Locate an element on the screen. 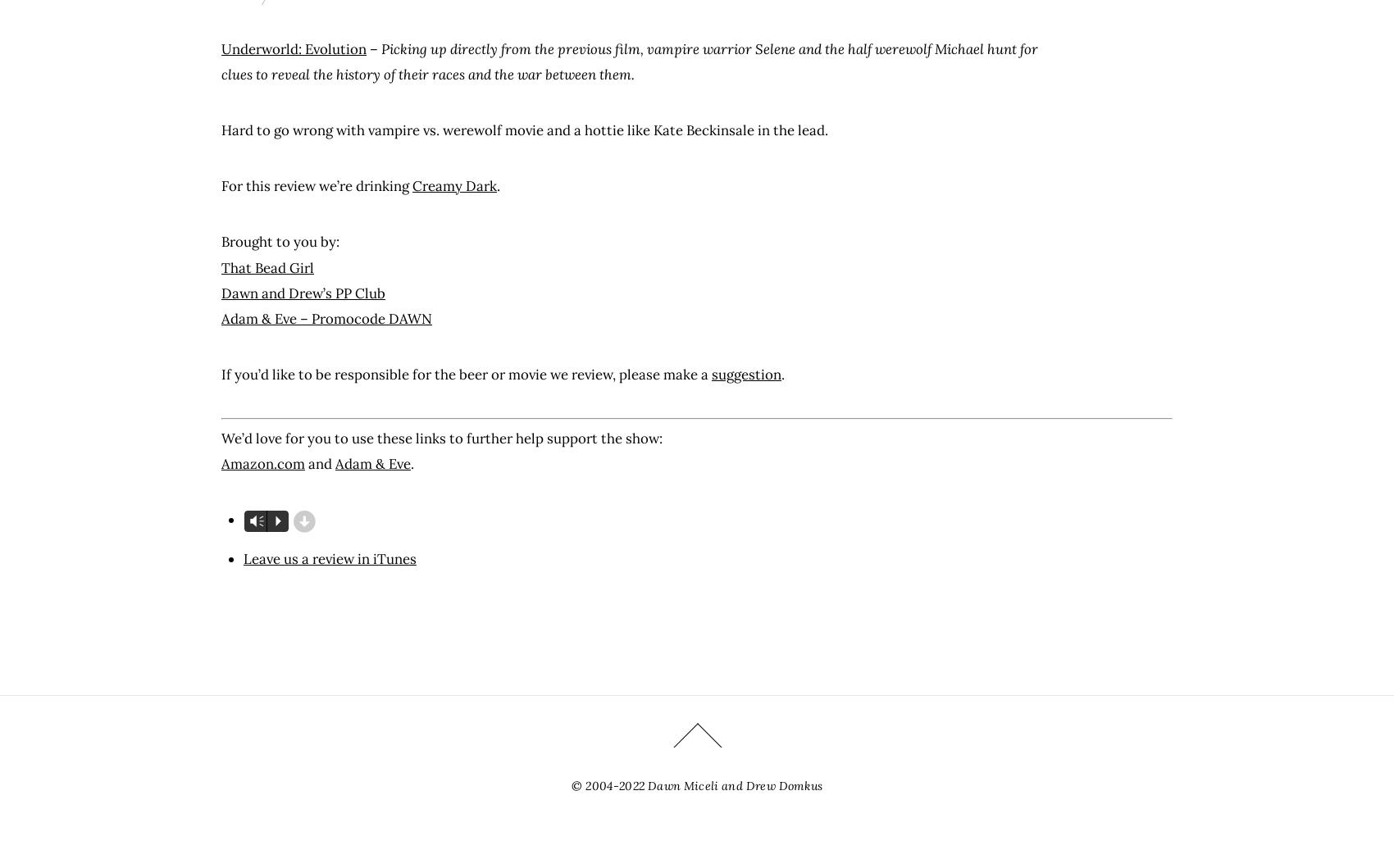  'Vm' is located at coordinates (256, 521).